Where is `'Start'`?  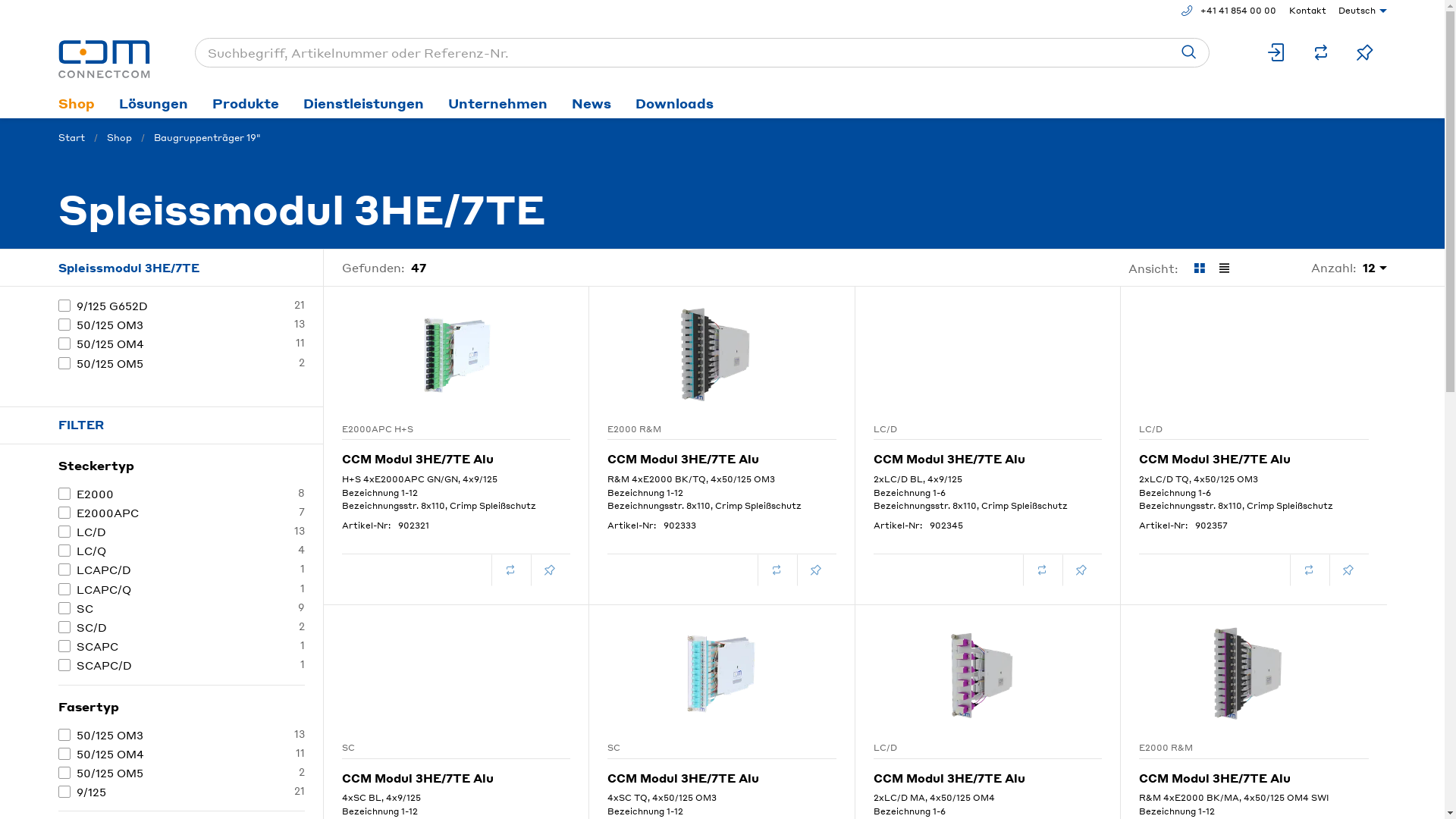 'Start' is located at coordinates (70, 137).